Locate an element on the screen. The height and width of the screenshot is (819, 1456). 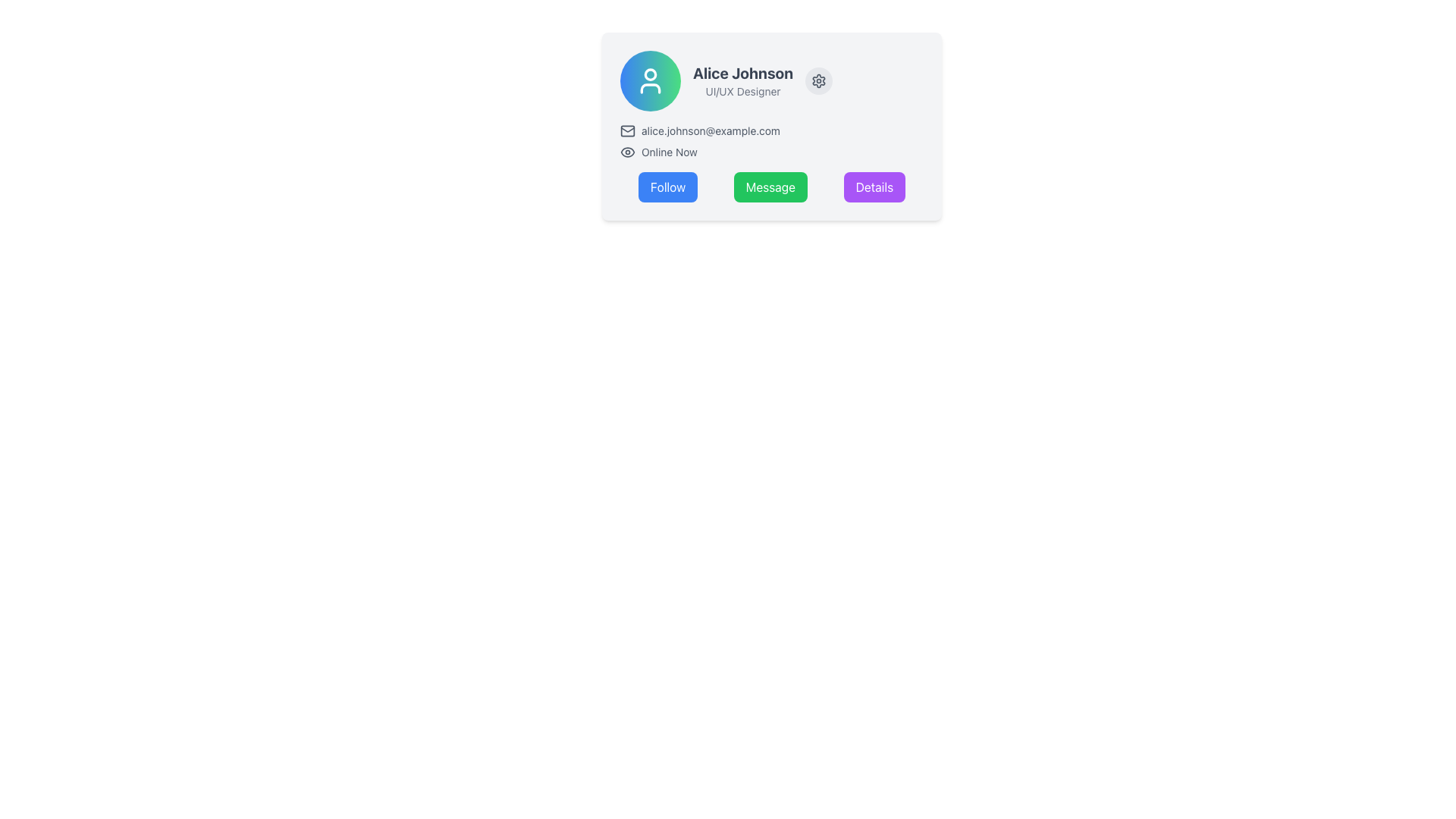
the 'Follow' button located in the leftmost position of the button group below the user's name to initiate the follow action is located at coordinates (667, 186).